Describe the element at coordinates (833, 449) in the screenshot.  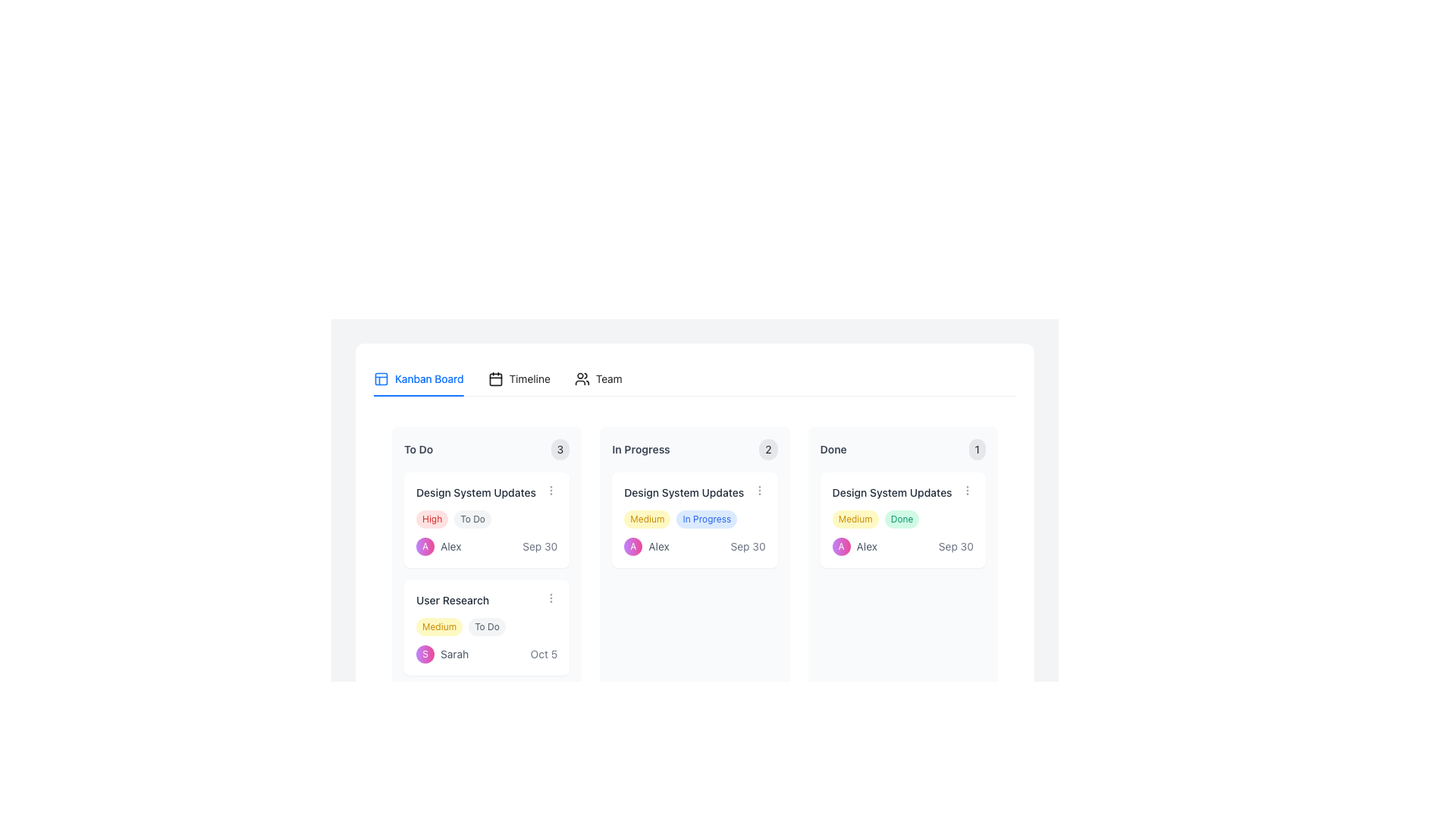
I see `the bold 'Done' text label styled in dark gray, located in the top-right corner of the card in the 'Done' category list` at that location.